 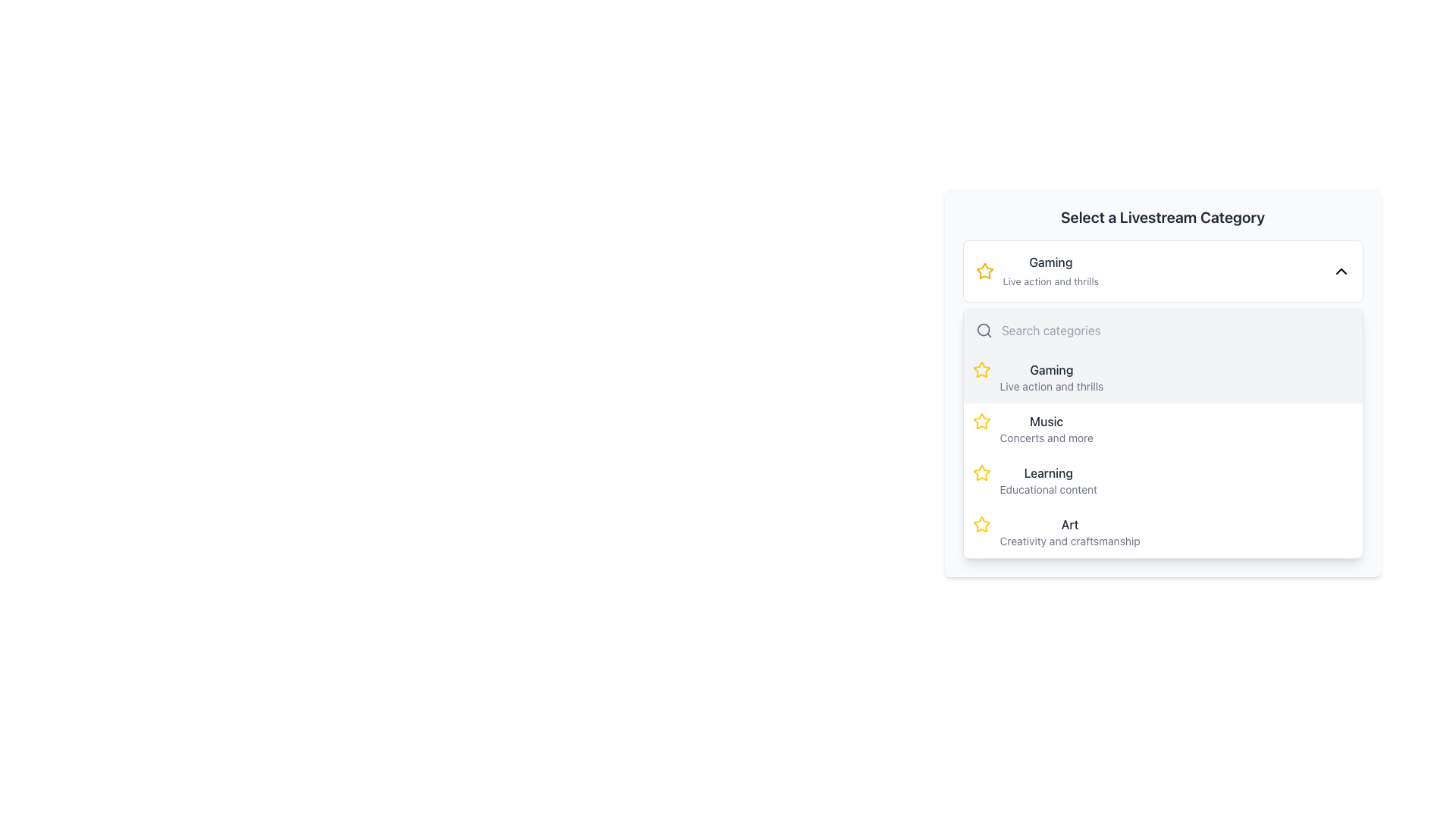 I want to click on the Text Label that serves as a descriptive header for selecting a livestream category, located at the top-center of its card layout, so click(x=1162, y=217).